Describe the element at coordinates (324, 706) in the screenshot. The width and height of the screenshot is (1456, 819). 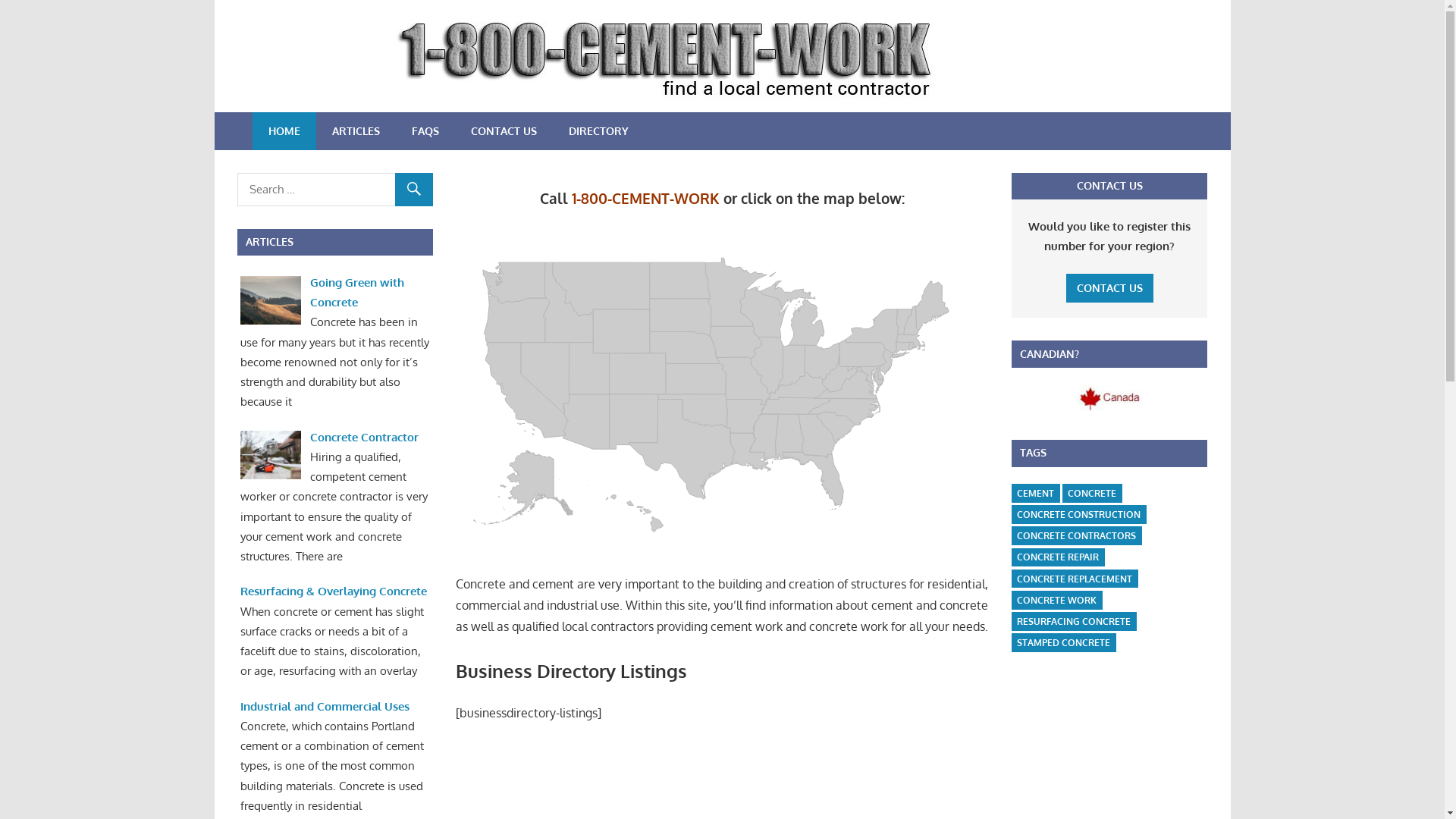
I see `'Industrial and Commercial Uses'` at that location.